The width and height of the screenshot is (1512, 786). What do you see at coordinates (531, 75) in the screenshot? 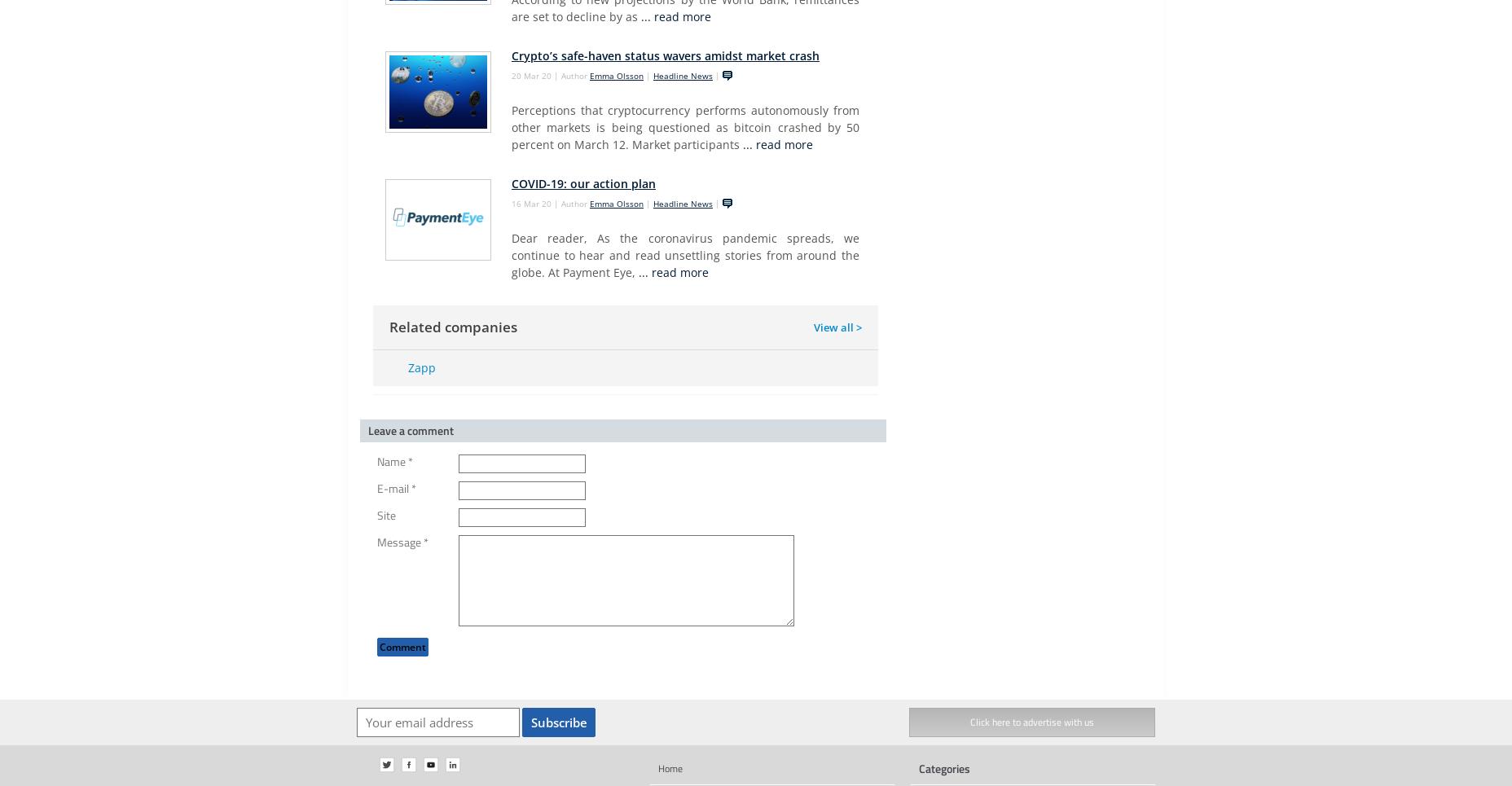
I see `'20 Mar 20'` at bounding box center [531, 75].